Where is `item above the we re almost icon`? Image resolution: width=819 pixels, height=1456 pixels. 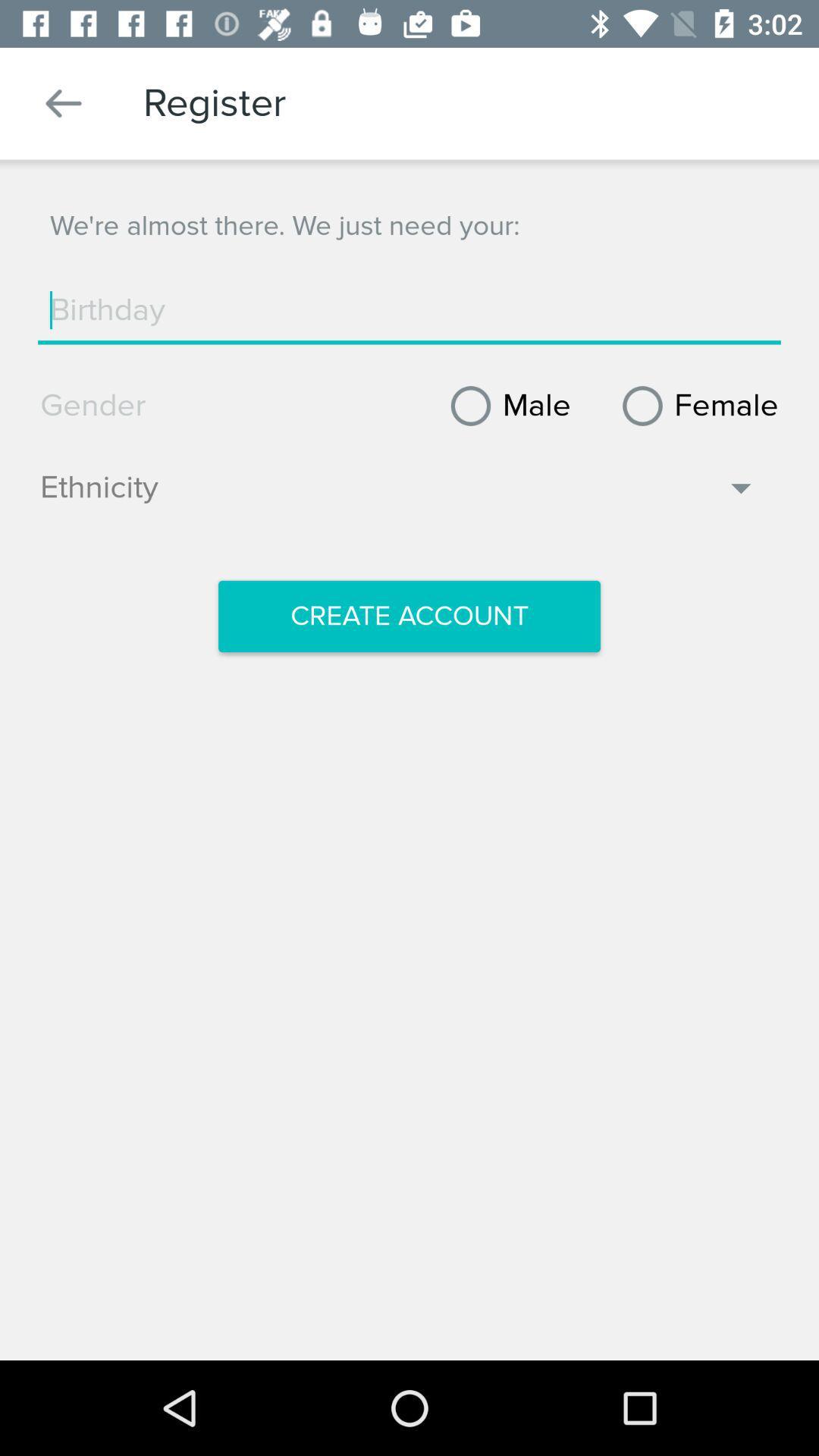 item above the we re almost icon is located at coordinates (63, 102).